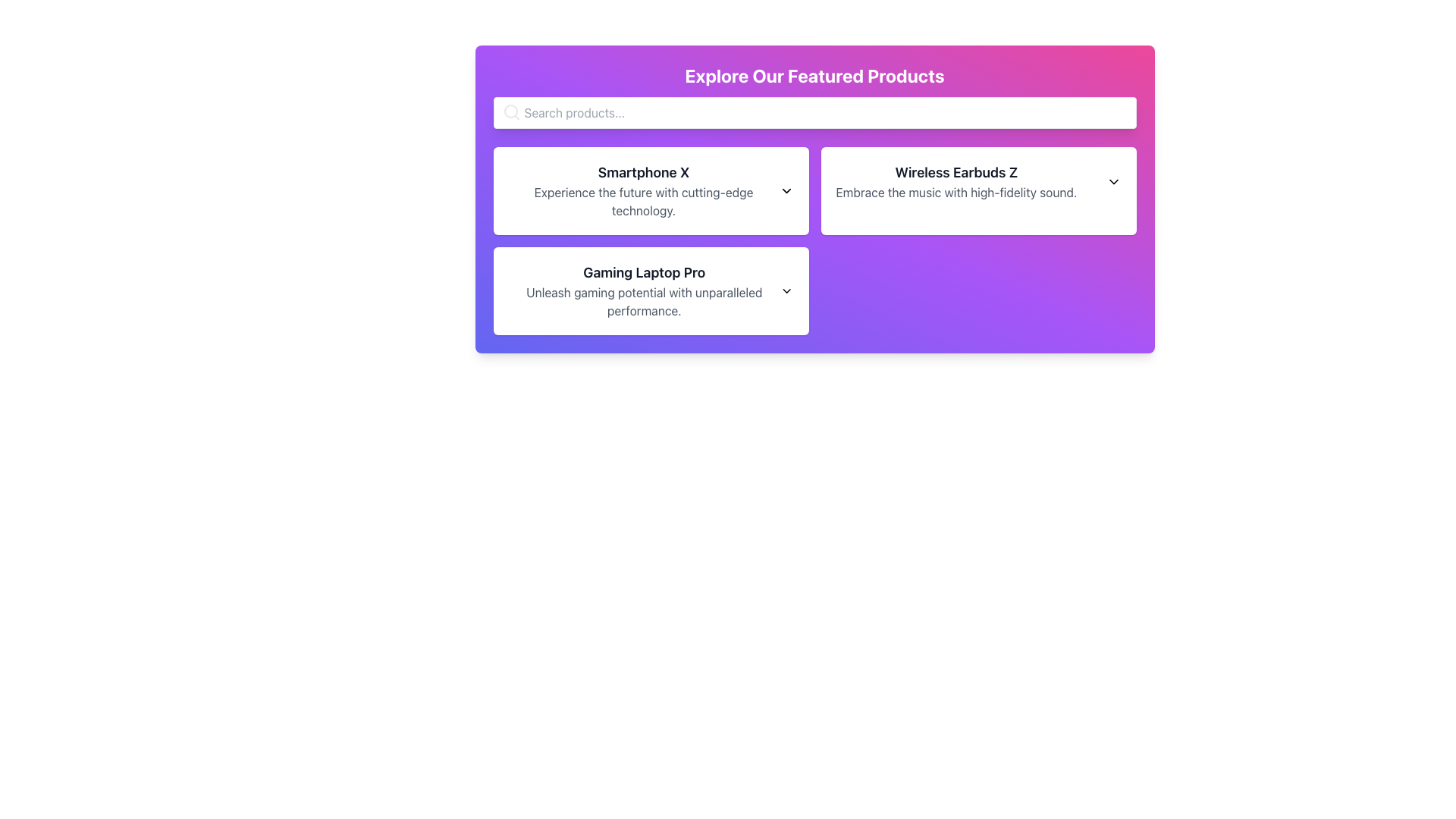 The image size is (1456, 819). I want to click on the icon located on the far-right side of the 'Gaming Laptop Pro' section, which serves as a visual indicator for expanding or revealing additional content, so click(786, 291).